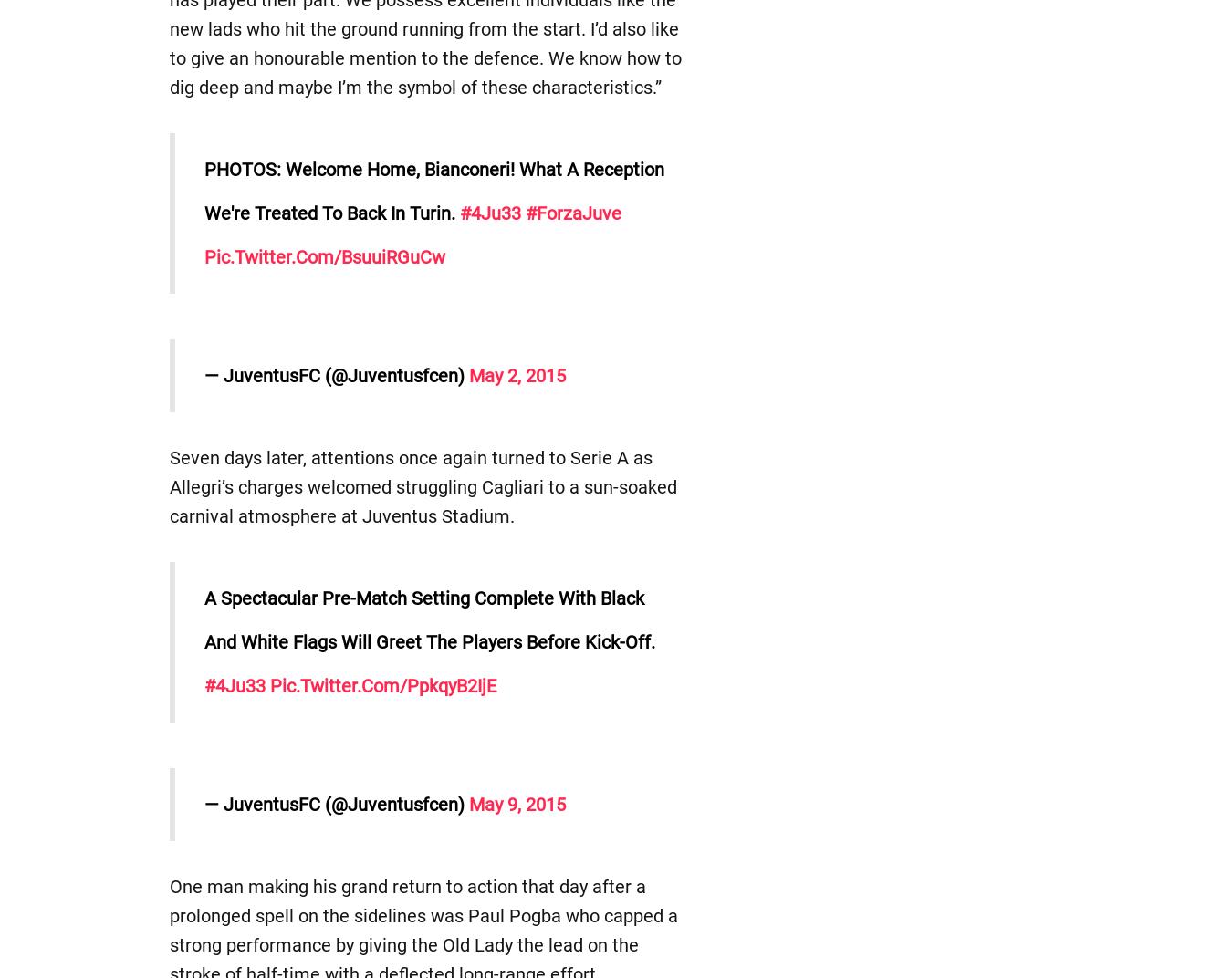 This screenshot has width=1232, height=978. What do you see at coordinates (204, 192) in the screenshot?
I see `'PHOTOS: Welcome home, Bianconeri! What a reception we're treated to back in Turin.'` at bounding box center [204, 192].